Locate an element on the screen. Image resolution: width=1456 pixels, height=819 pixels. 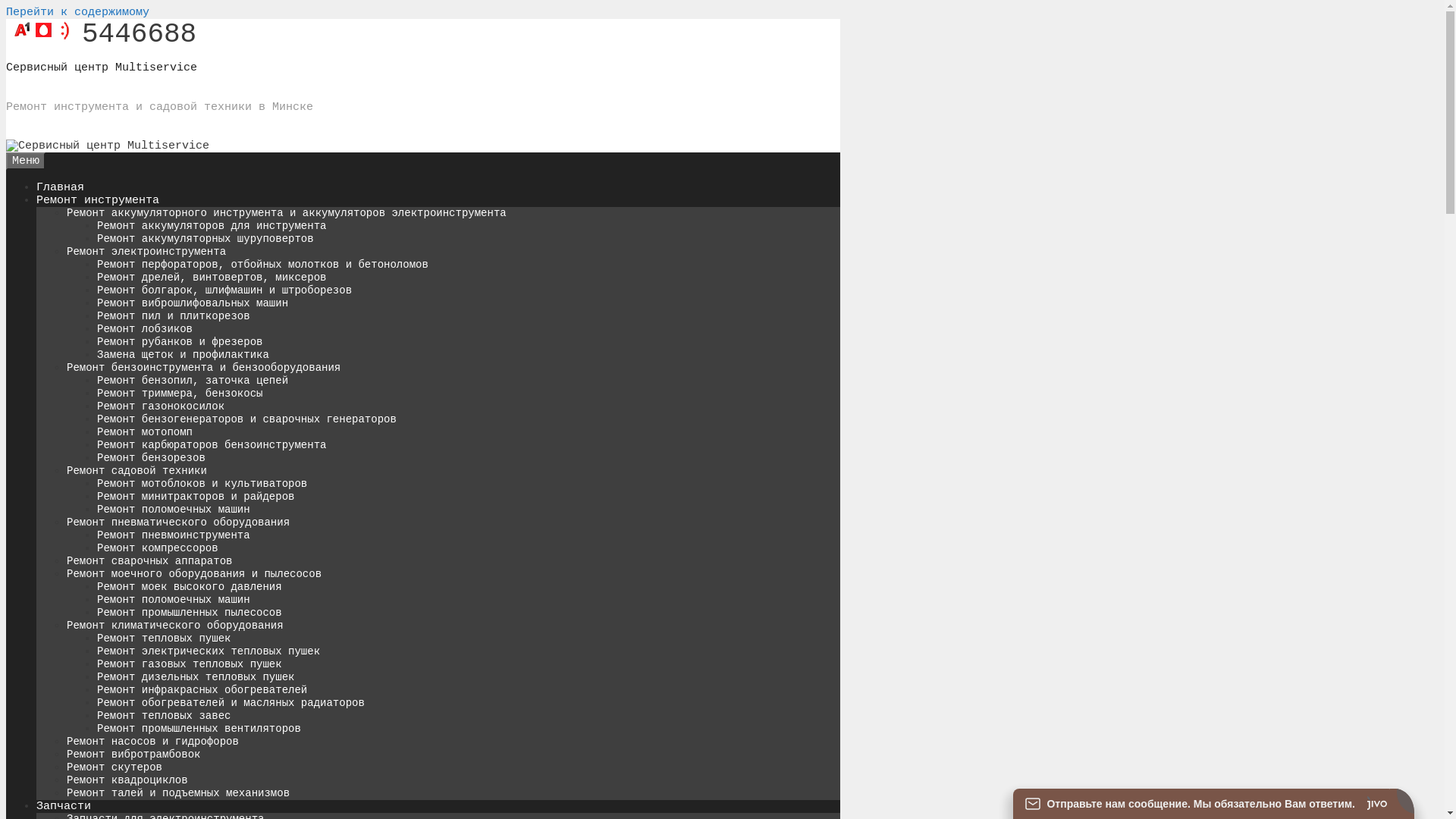
'5446688' is located at coordinates (100, 34).